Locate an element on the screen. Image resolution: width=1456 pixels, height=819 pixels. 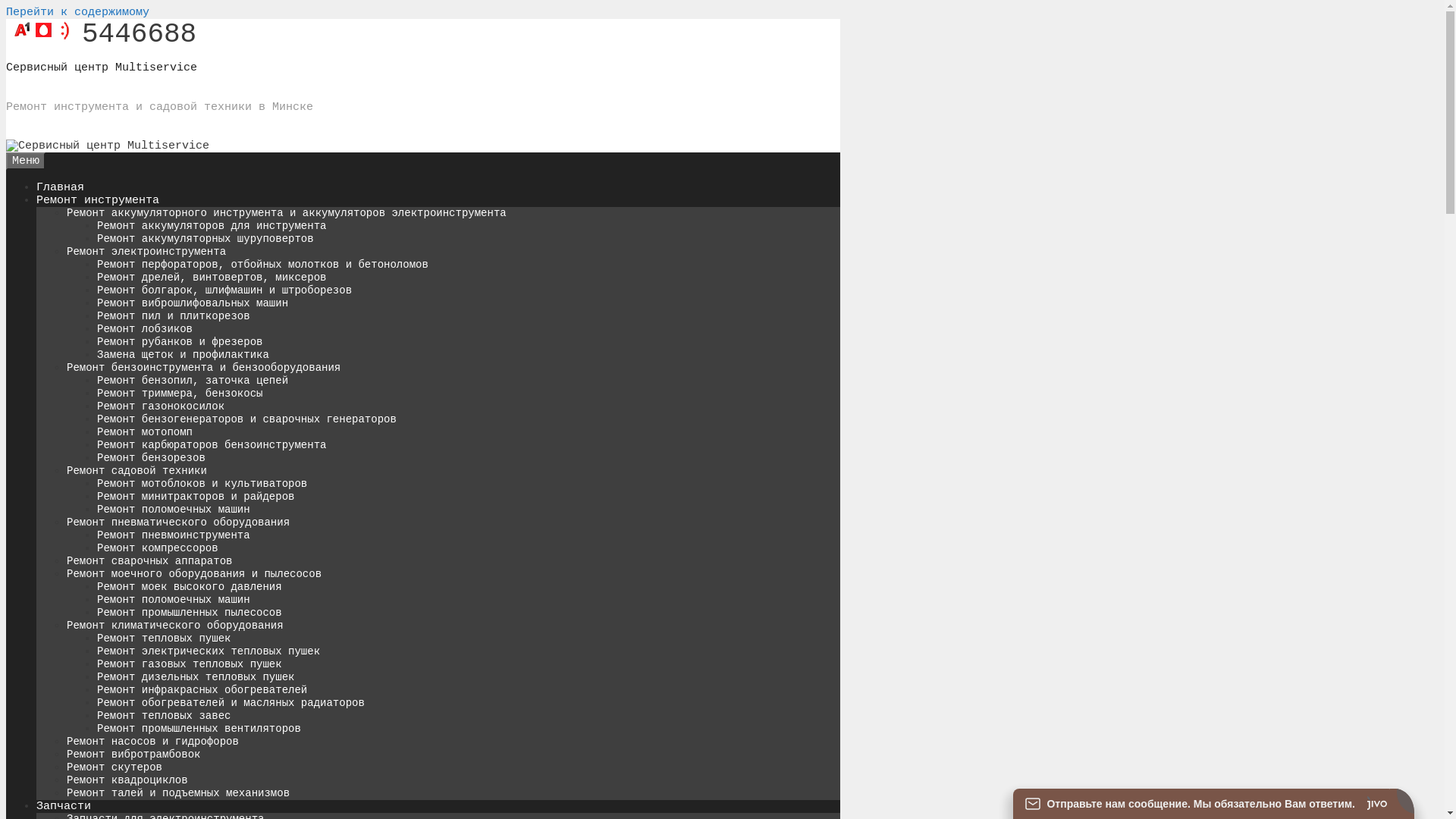
'5446688' is located at coordinates (100, 34).